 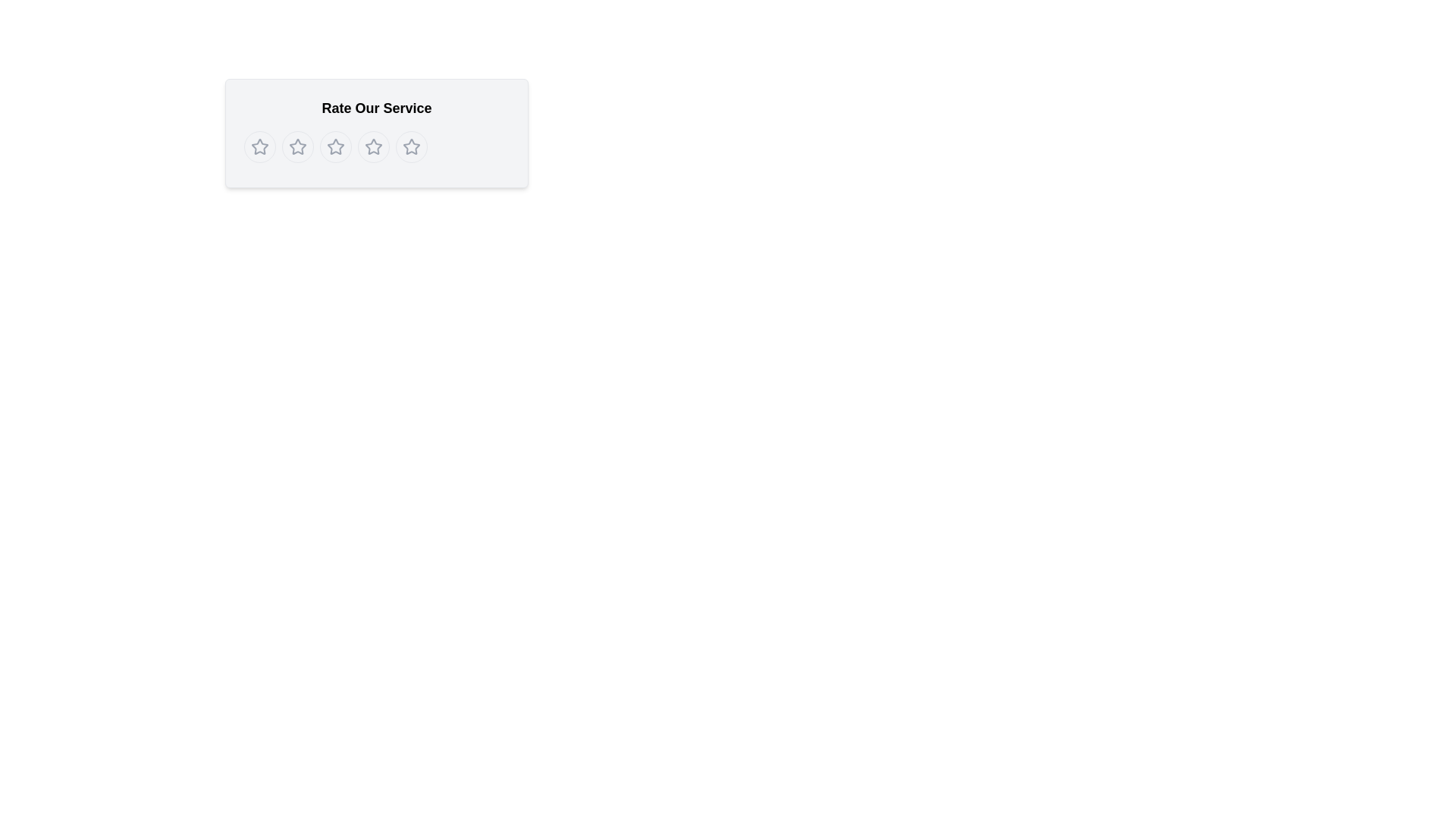 I want to click on the left-most star-shaped icon in the rating area, so click(x=259, y=146).